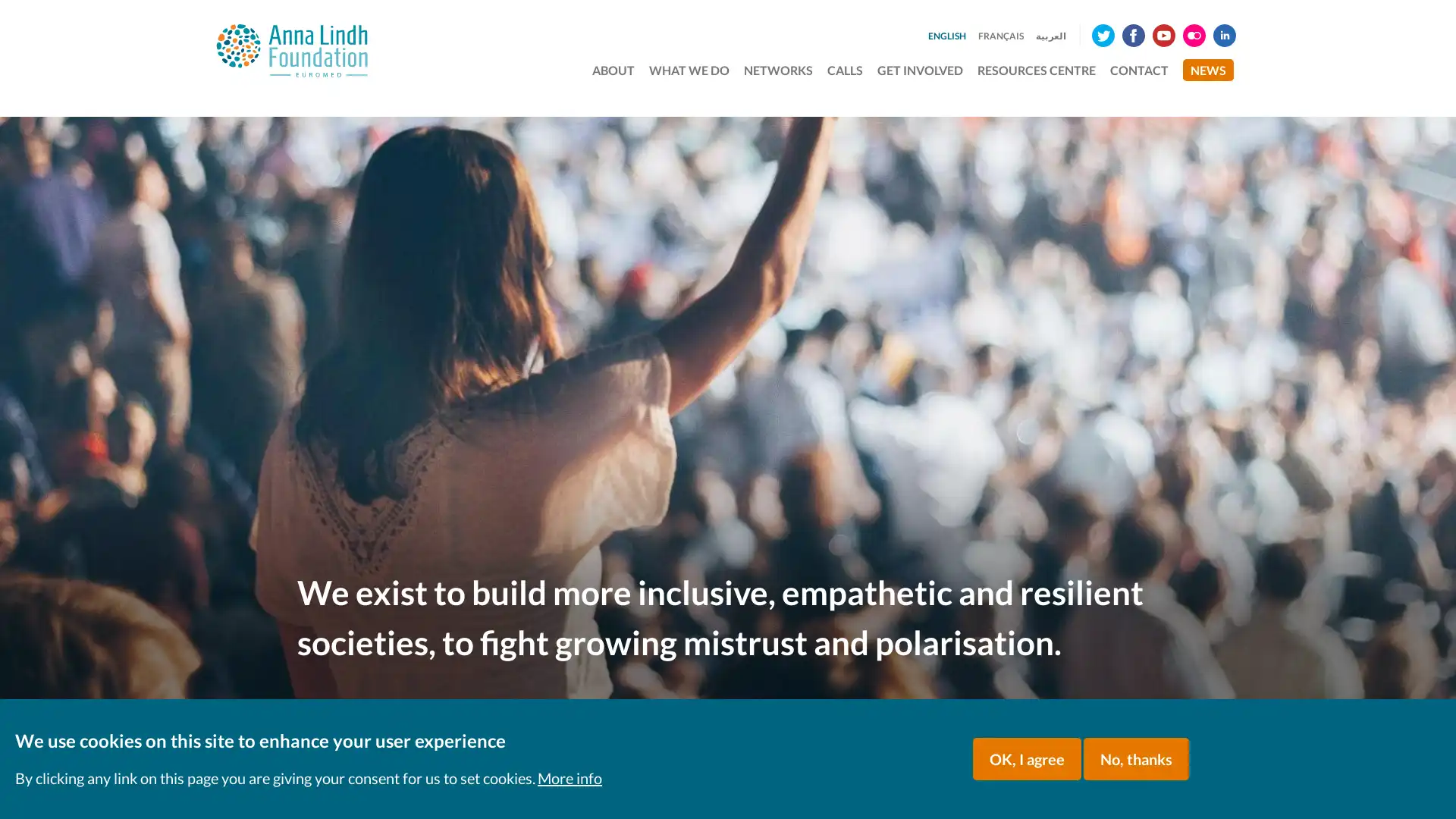  I want to click on No, thanks, so click(1136, 759).